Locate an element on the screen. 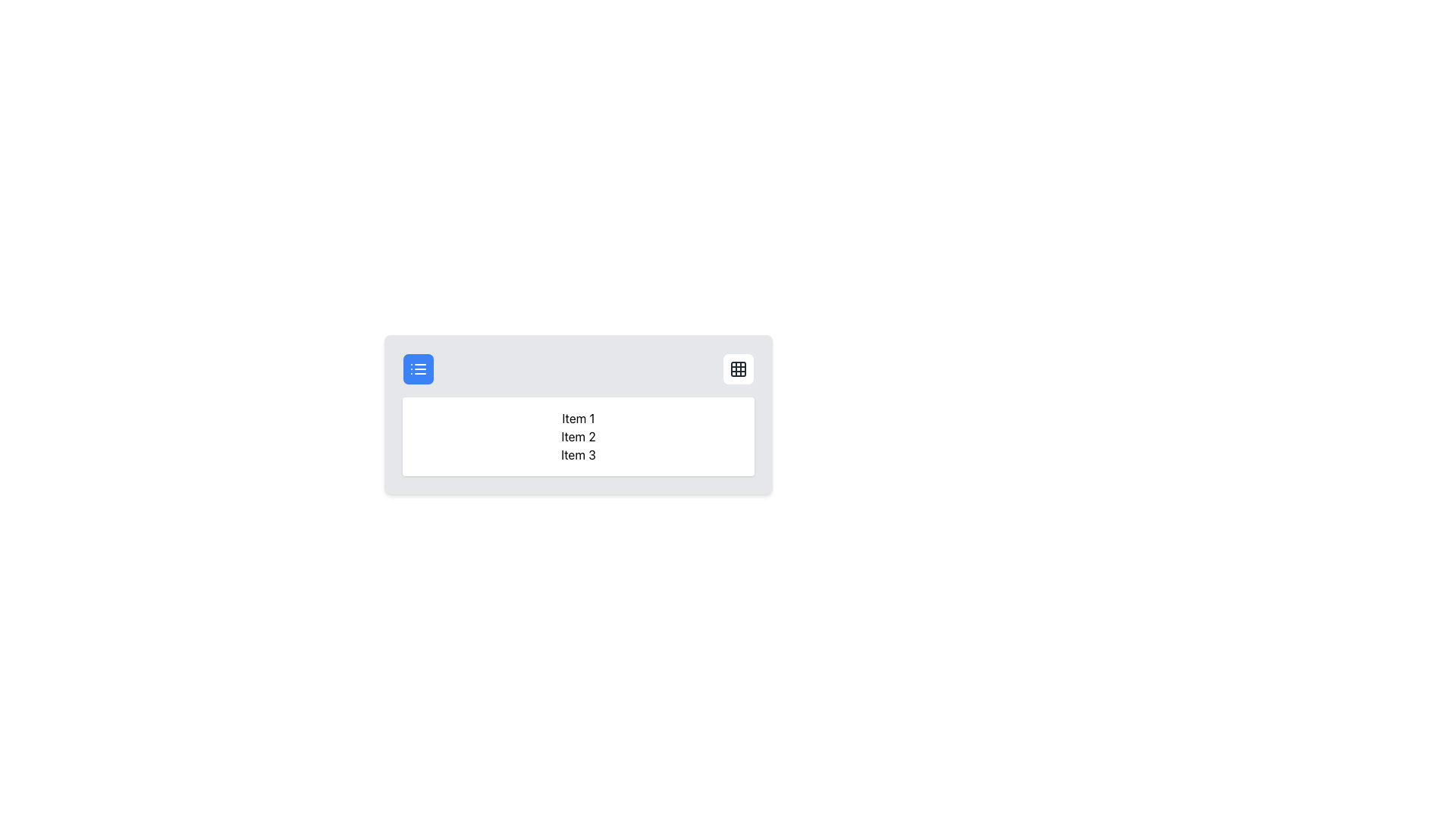 The height and width of the screenshot is (819, 1456). the top-left square of the 3x3 grid icon located at the top-right corner of the card-like interface is located at coordinates (739, 369).